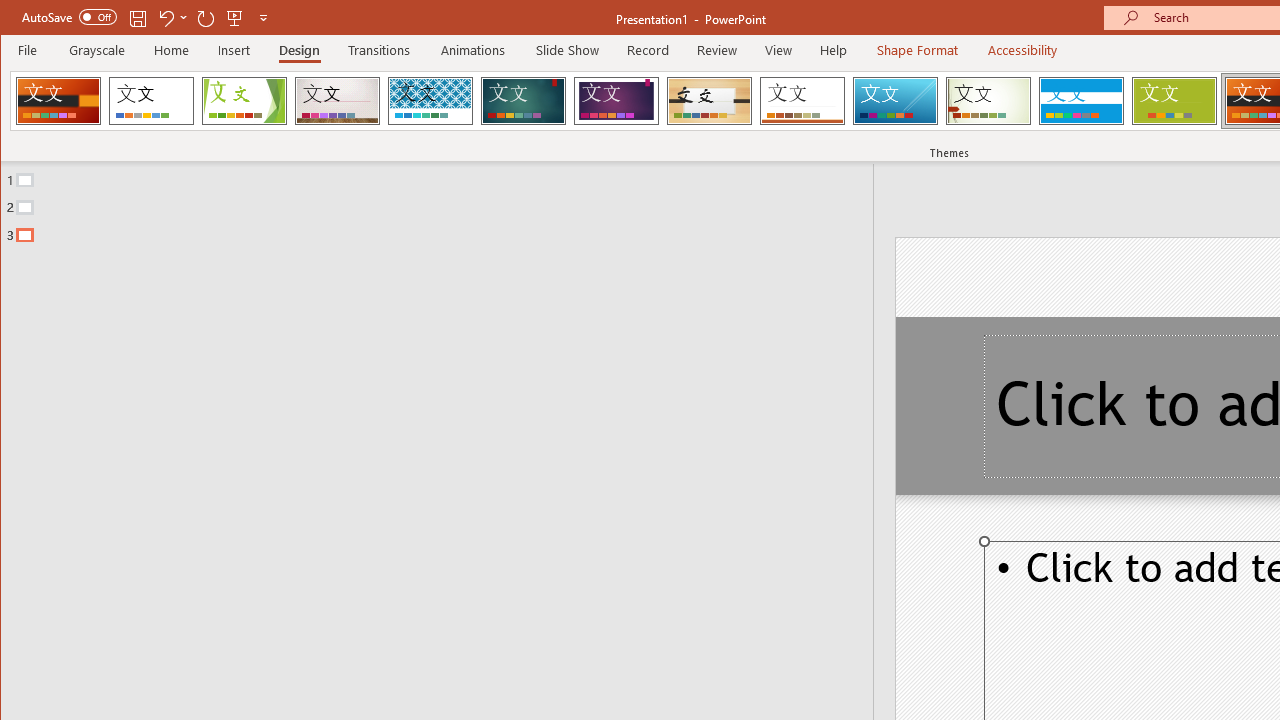 The height and width of the screenshot is (720, 1280). What do you see at coordinates (1080, 100) in the screenshot?
I see `'Banded'` at bounding box center [1080, 100].